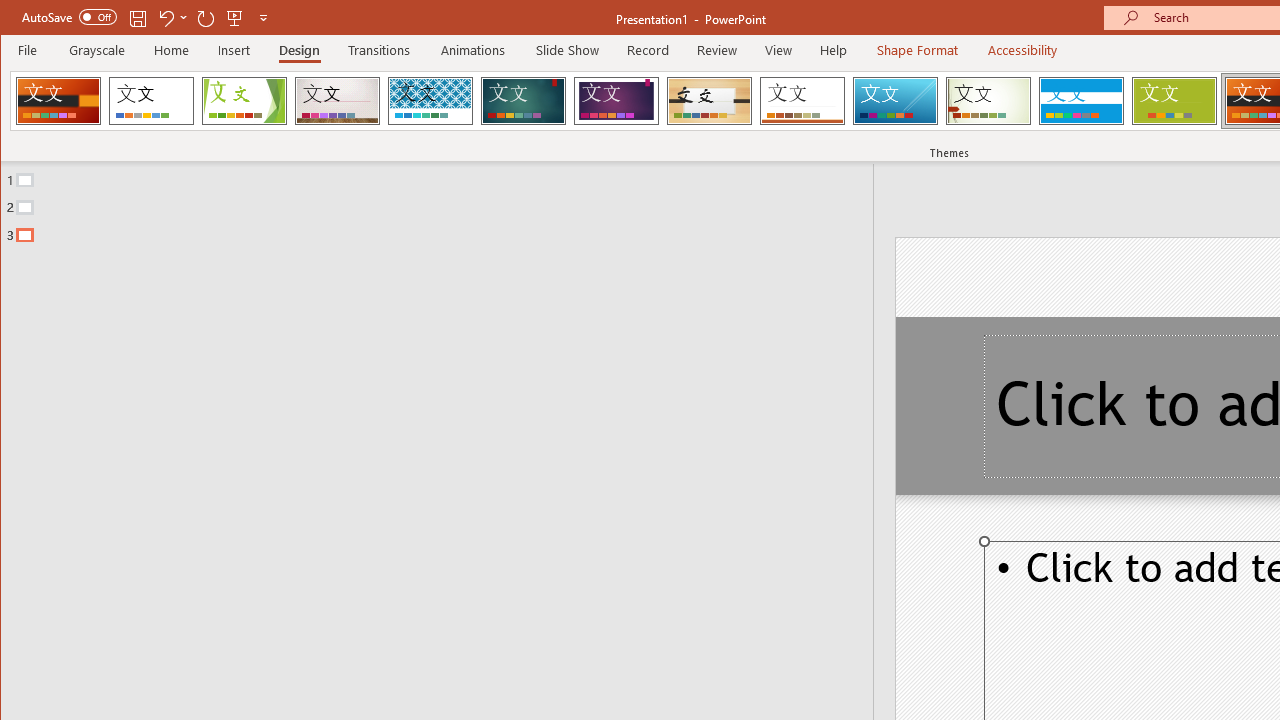 The height and width of the screenshot is (720, 1280). What do you see at coordinates (1080, 100) in the screenshot?
I see `'Banded'` at bounding box center [1080, 100].